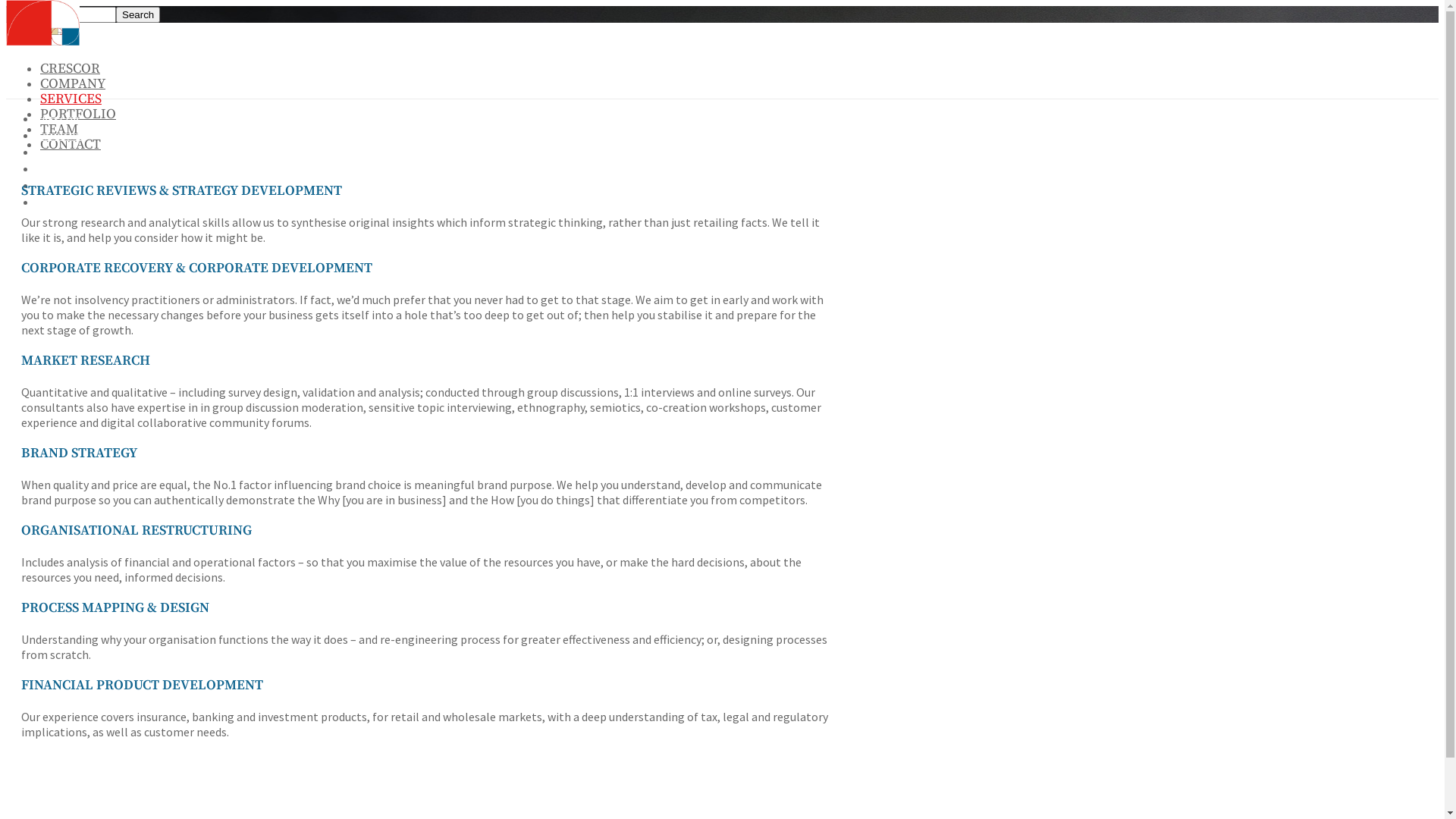  What do you see at coordinates (63, 169) in the screenshot?
I see `'PORTFOLIO'` at bounding box center [63, 169].